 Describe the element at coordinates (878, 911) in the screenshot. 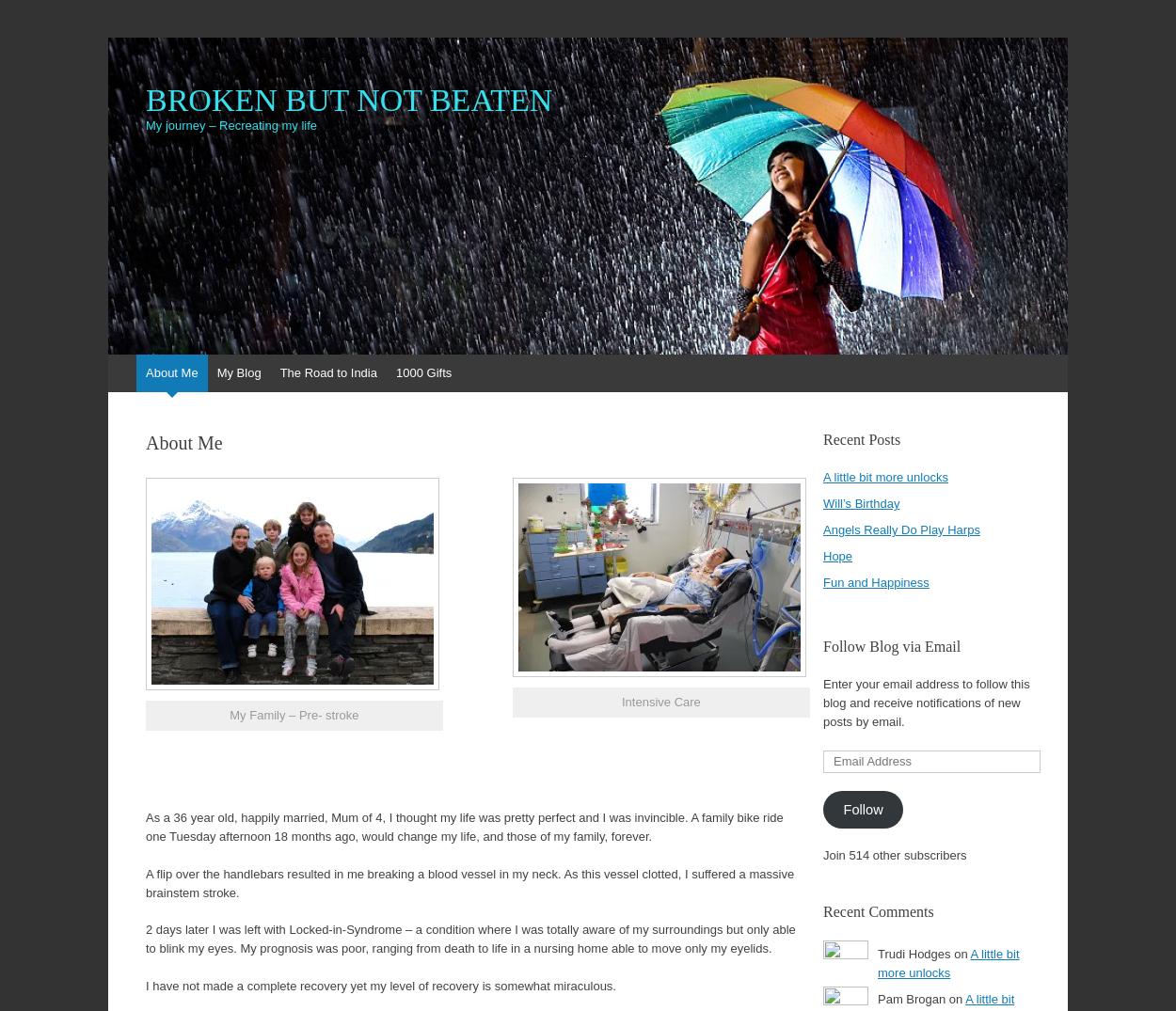

I see `'Recent Comments'` at that location.